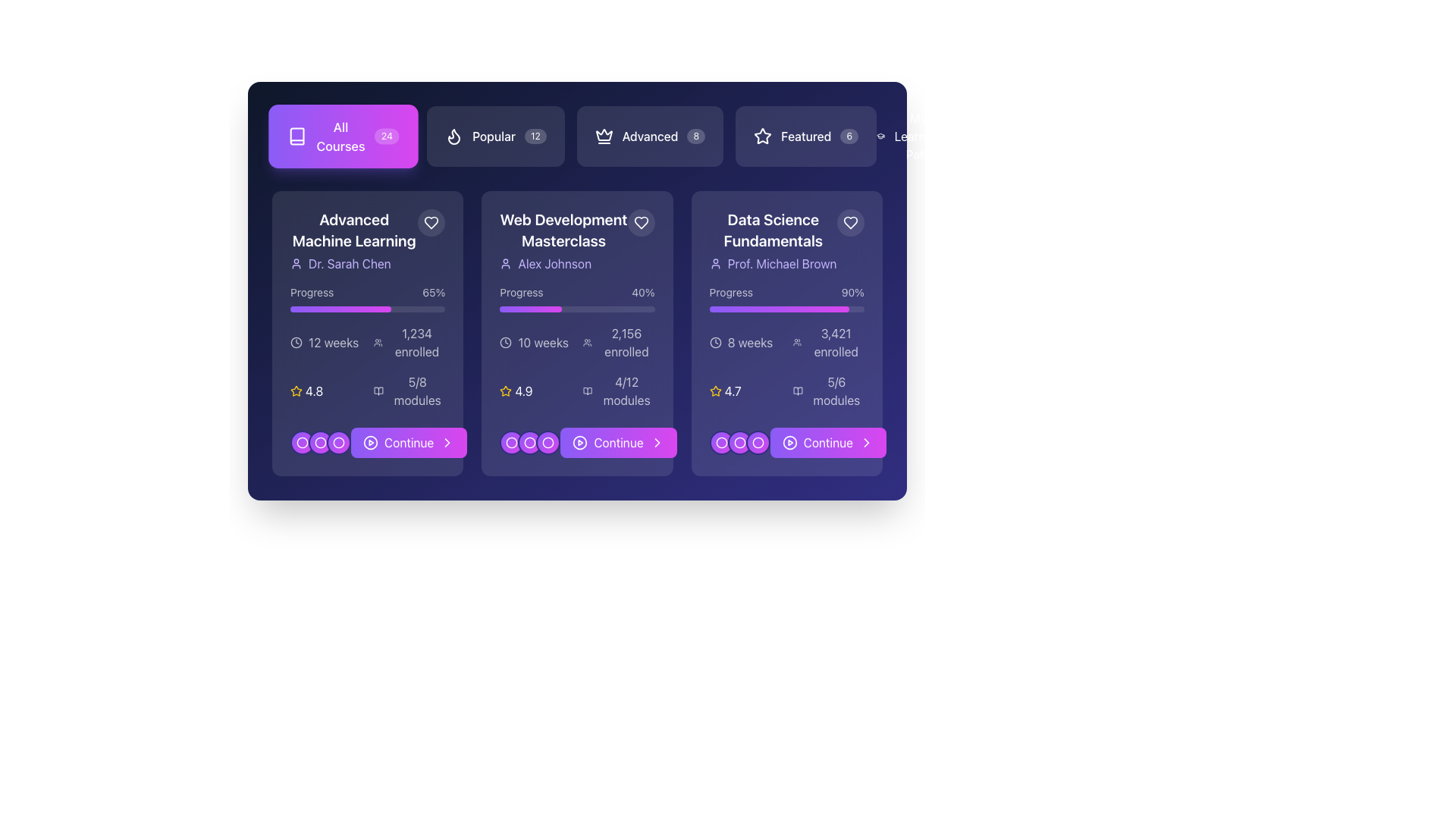 This screenshot has height=819, width=1456. I want to click on the text with icon label displaying '4/12 modules' which indicates progress in the 'Web Development Masterclass' course card, located in the second column of the grid layout, so click(619, 391).